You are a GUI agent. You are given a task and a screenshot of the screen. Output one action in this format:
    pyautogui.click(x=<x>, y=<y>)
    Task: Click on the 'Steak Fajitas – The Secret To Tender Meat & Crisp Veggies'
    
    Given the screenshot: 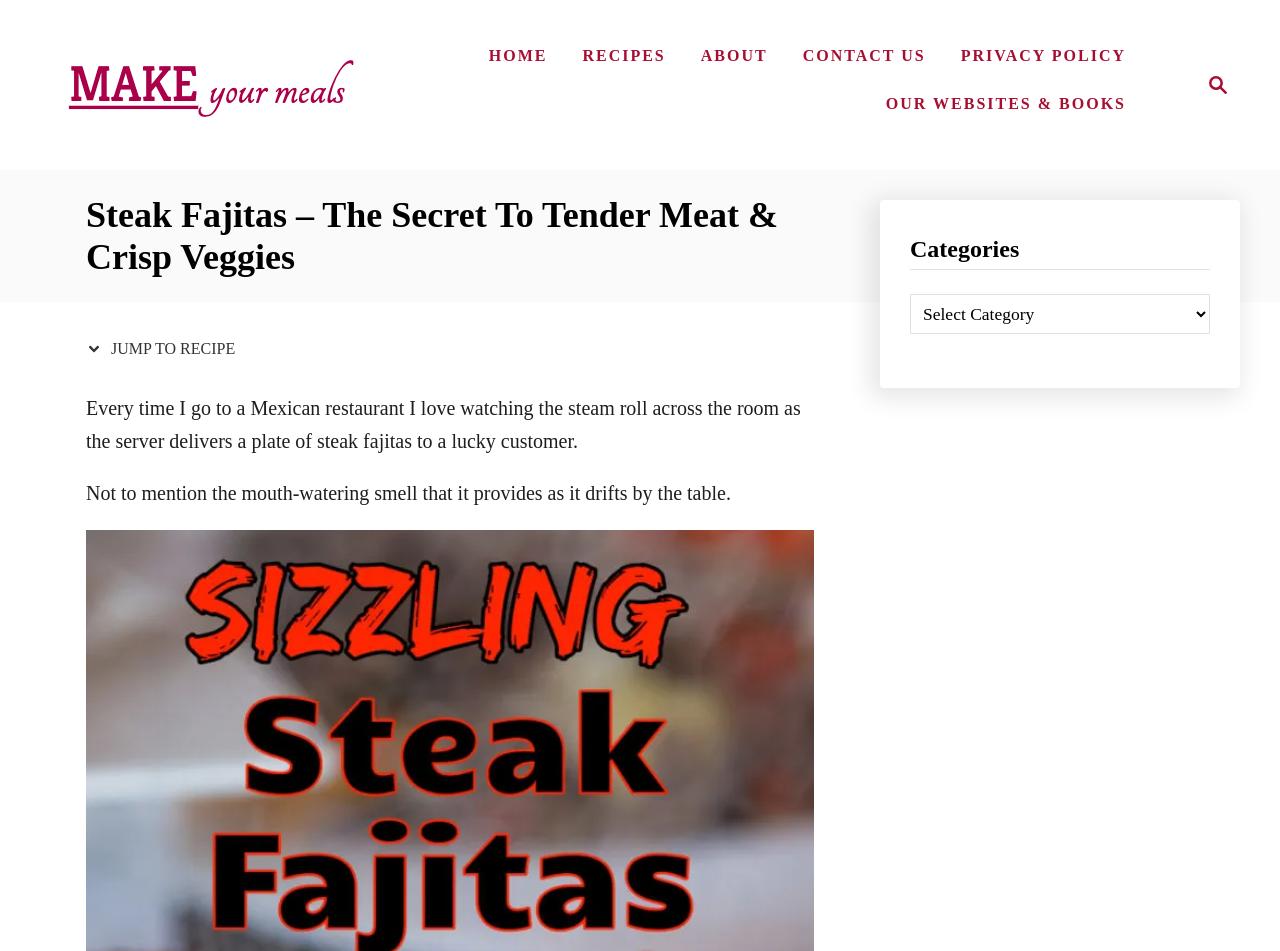 What is the action you would take?
    pyautogui.click(x=431, y=236)
    